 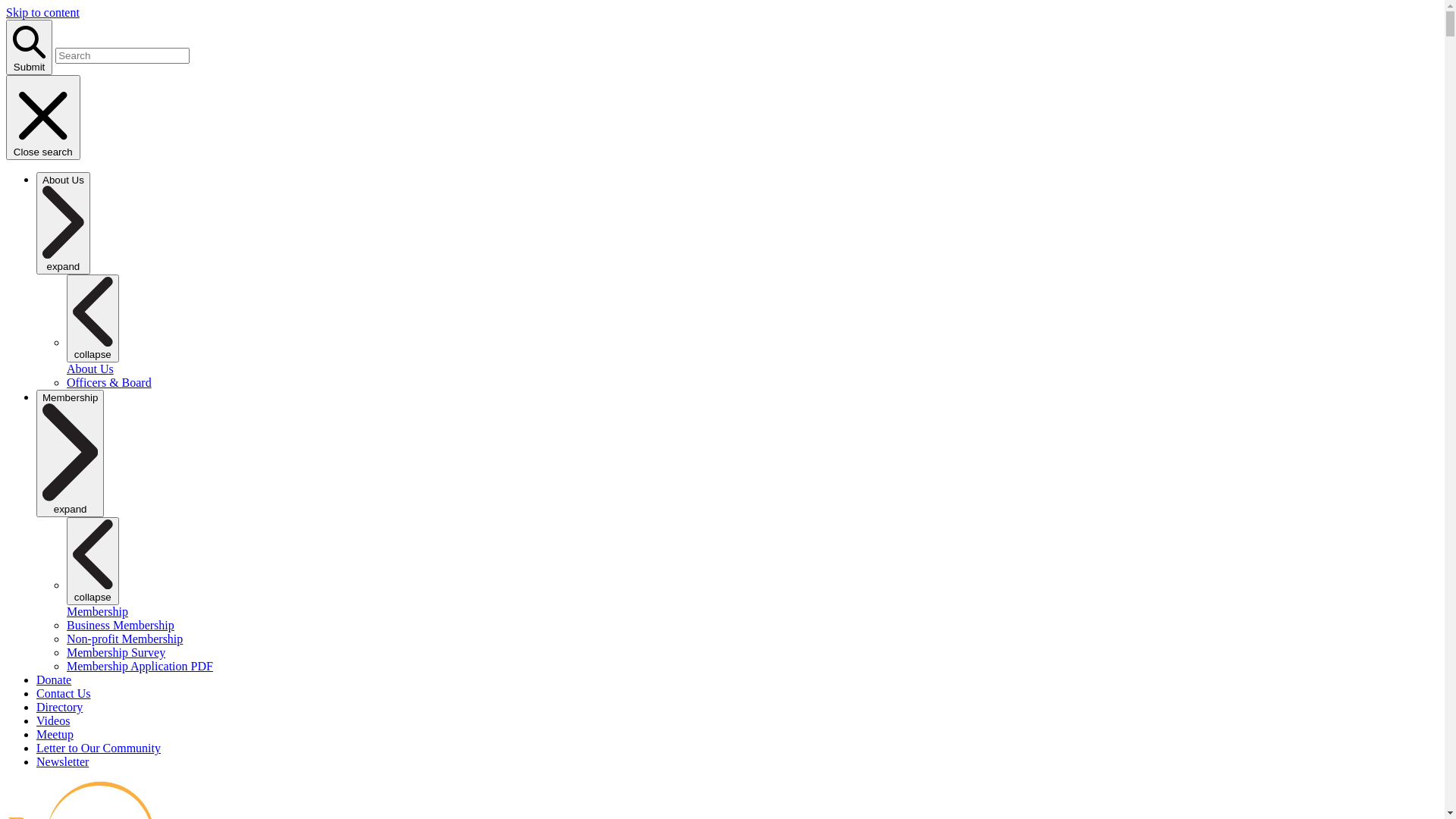 I want to click on 'Non-profit Membership', so click(x=65, y=639).